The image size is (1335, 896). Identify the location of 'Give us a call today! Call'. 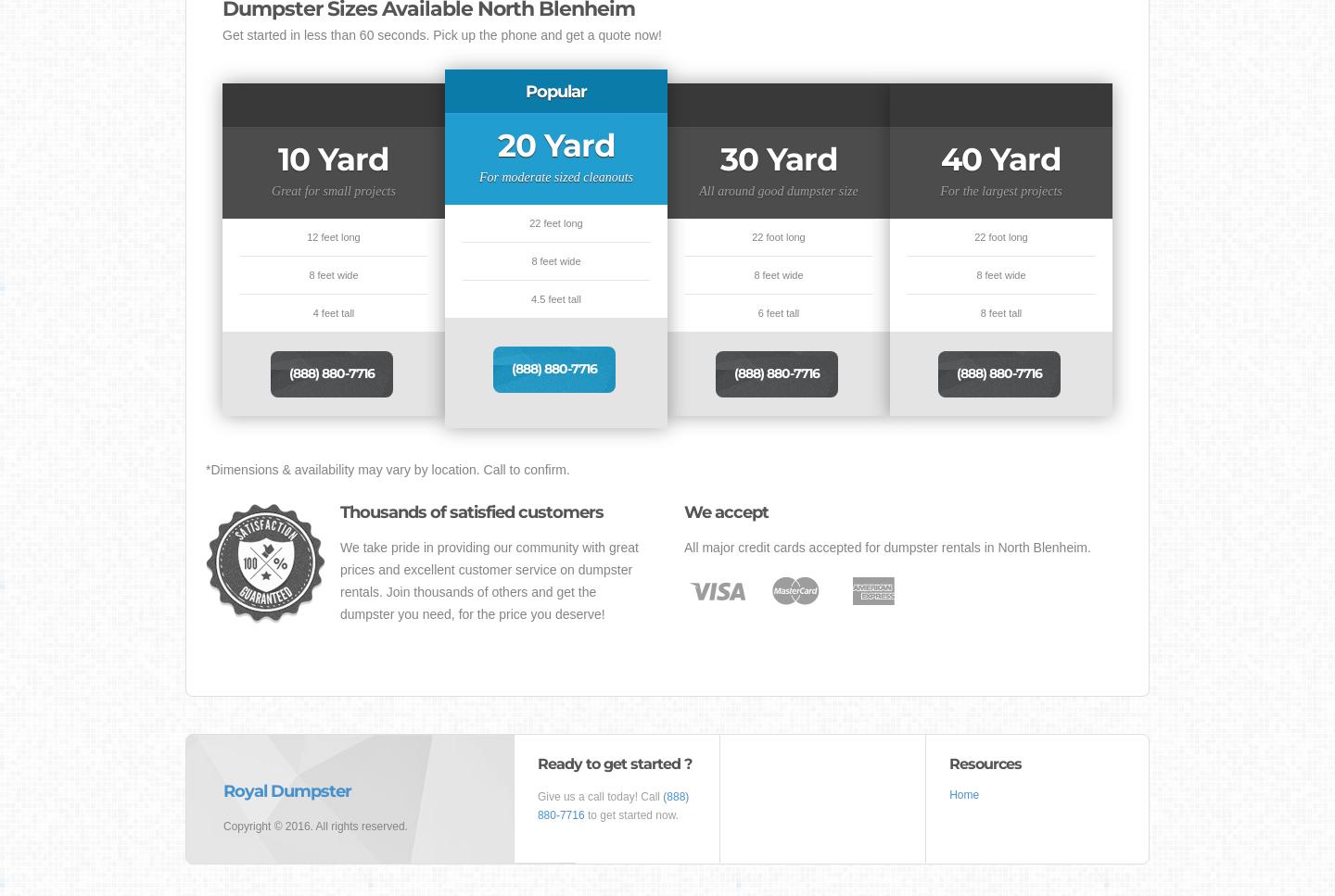
(598, 795).